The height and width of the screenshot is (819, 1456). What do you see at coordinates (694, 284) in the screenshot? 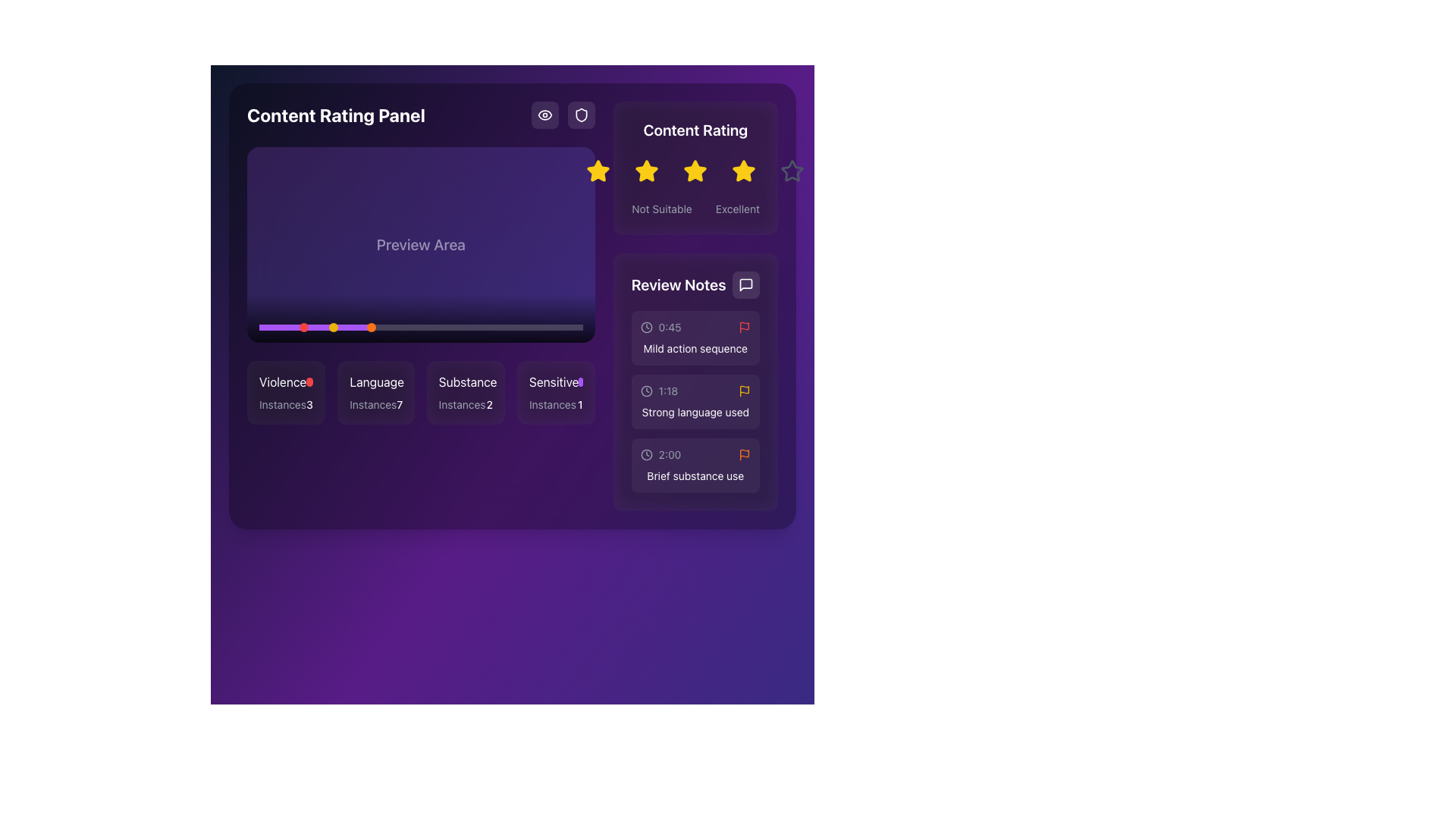
I see `the 'Review Notes' header that is styled in bold white text with a chat bubble icon next to it, located at the top of the right-side panel above the listed notes` at bounding box center [694, 284].